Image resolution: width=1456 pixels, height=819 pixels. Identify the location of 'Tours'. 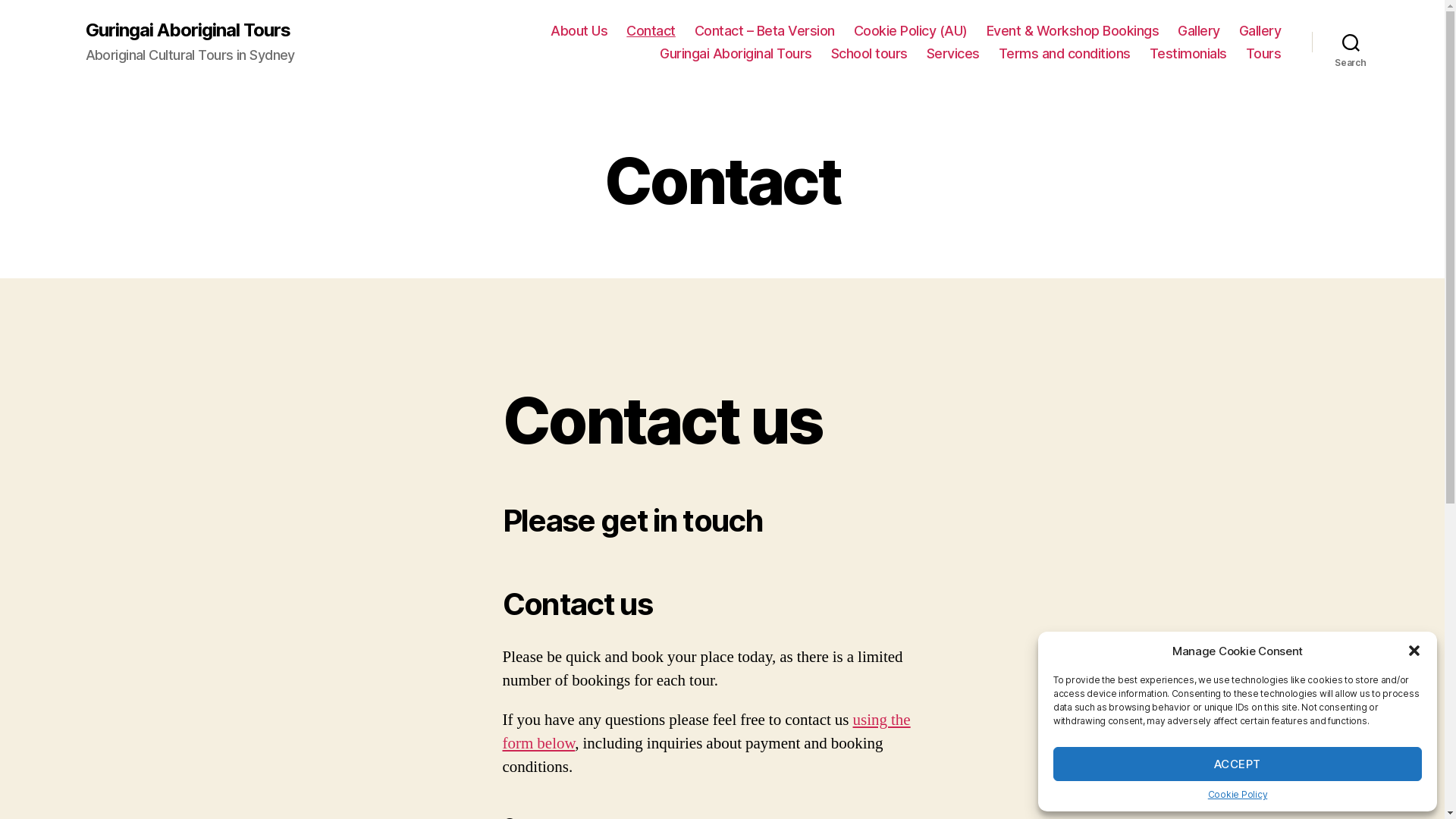
(1245, 52).